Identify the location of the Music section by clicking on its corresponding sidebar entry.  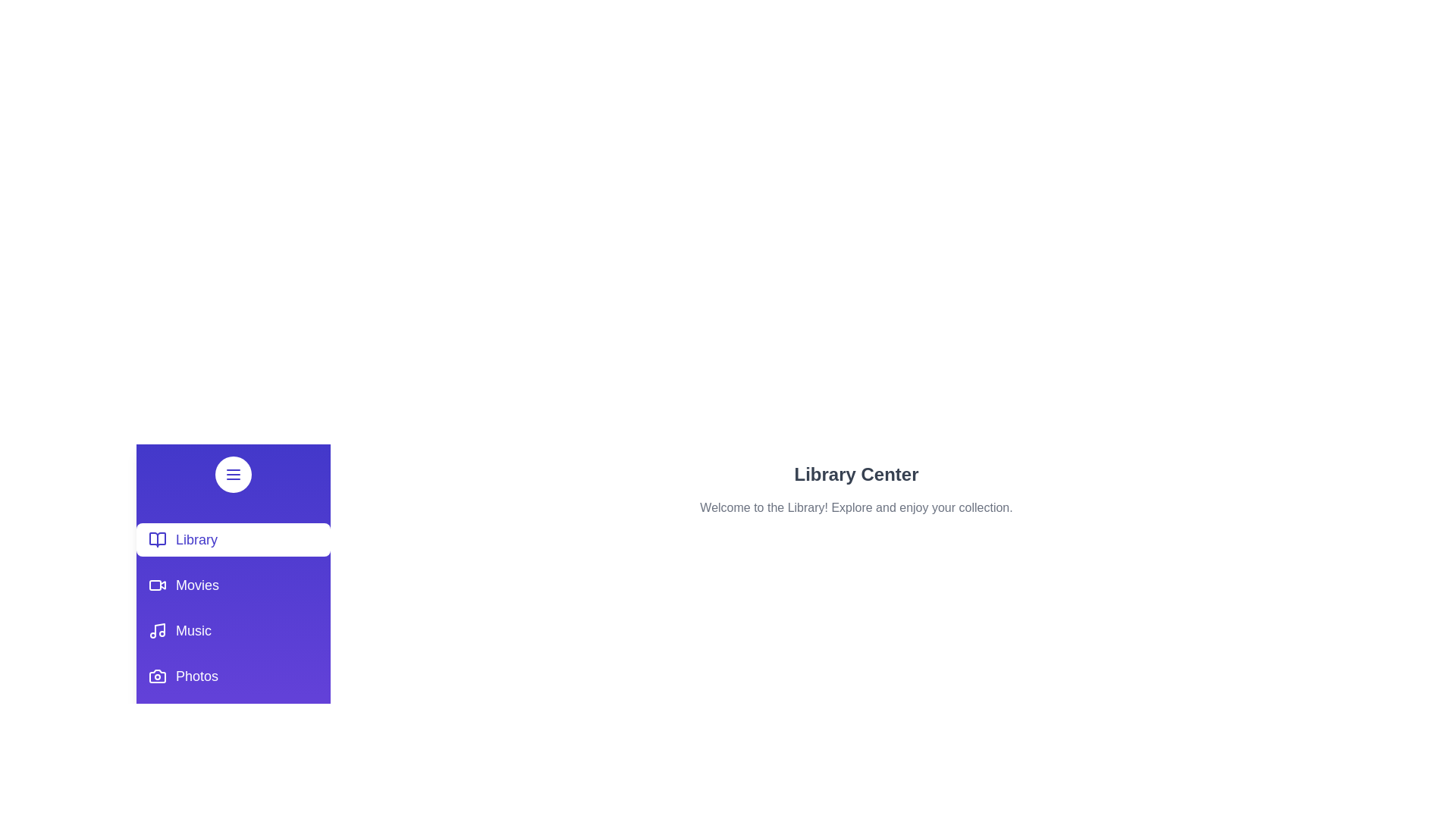
(232, 631).